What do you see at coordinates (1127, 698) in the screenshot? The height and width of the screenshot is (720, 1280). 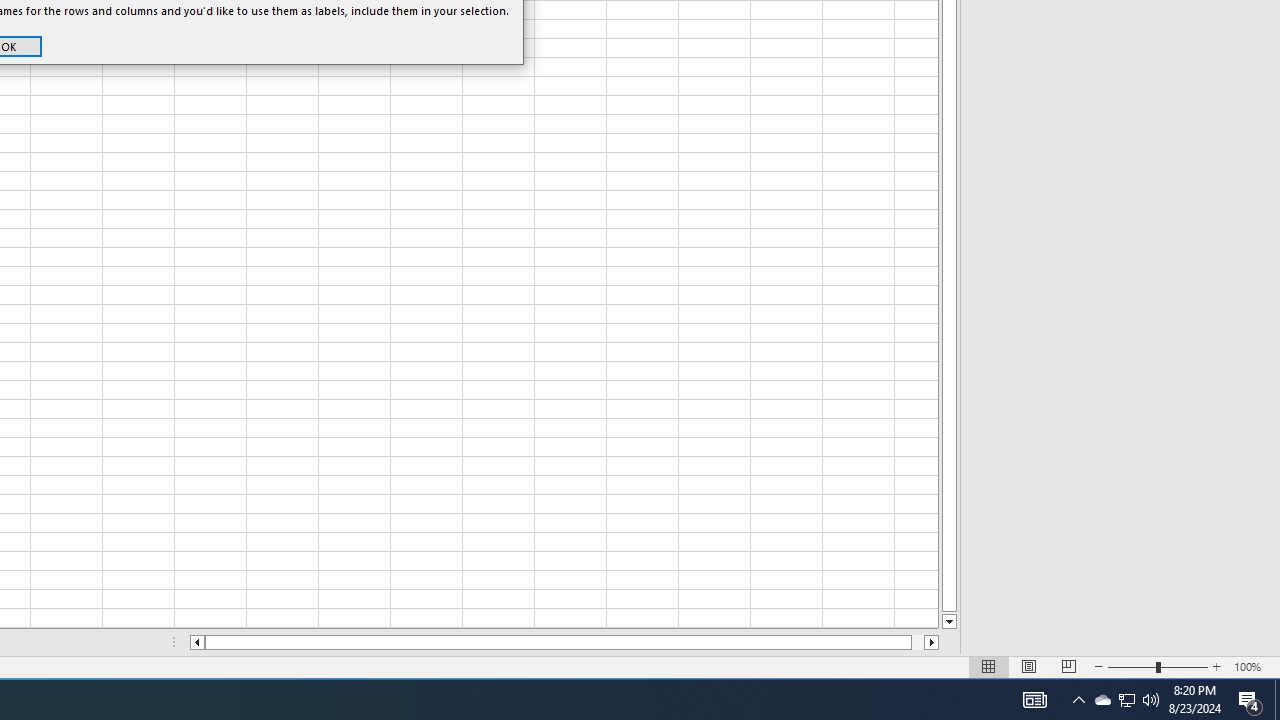 I see `'User Promoted Notification Area'` at bounding box center [1127, 698].